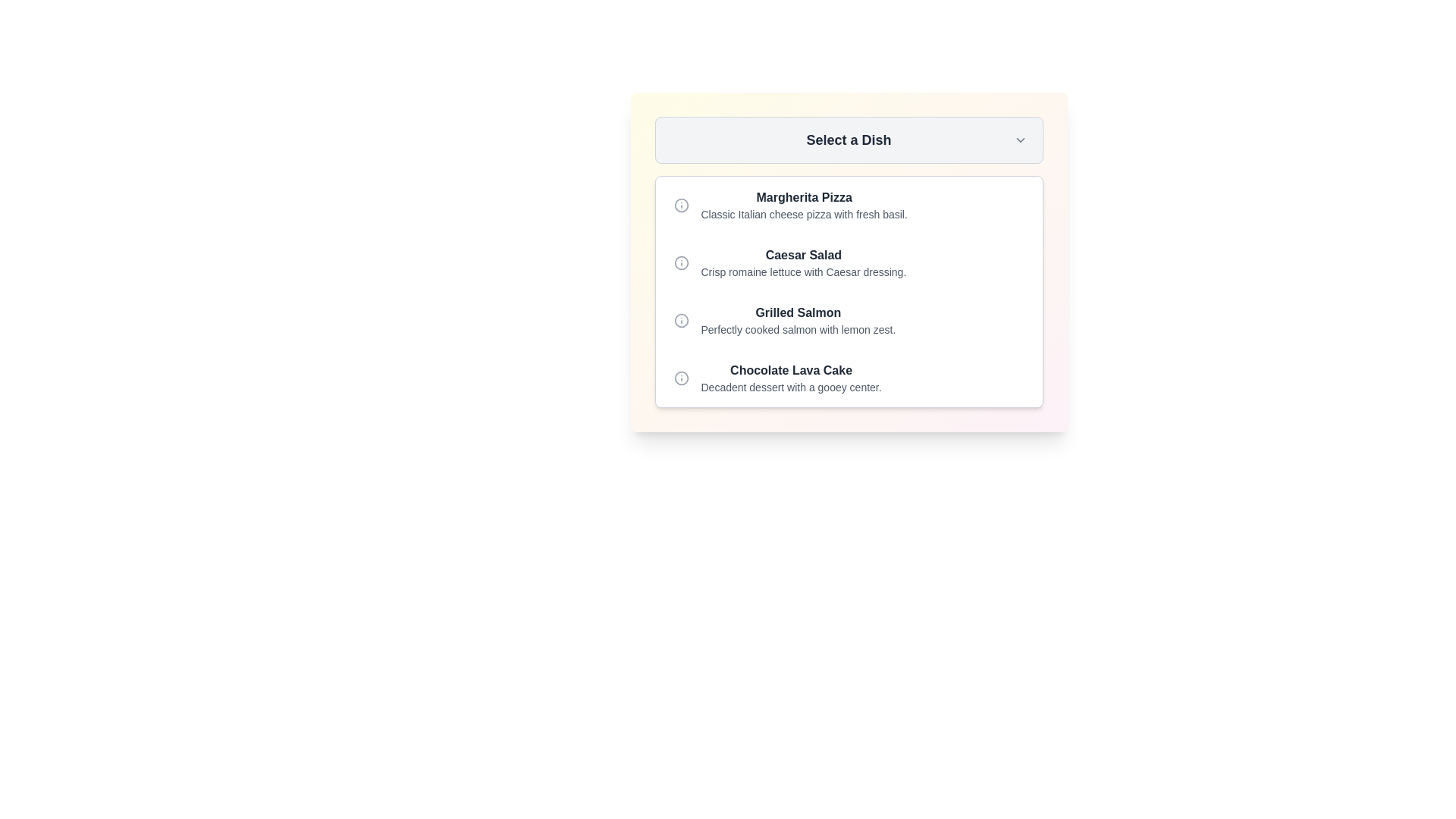 This screenshot has width=1456, height=819. Describe the element at coordinates (848, 377) in the screenshot. I see `the 'Chocolate Lava Cake' list item in the 'Select a Dish' section` at that location.